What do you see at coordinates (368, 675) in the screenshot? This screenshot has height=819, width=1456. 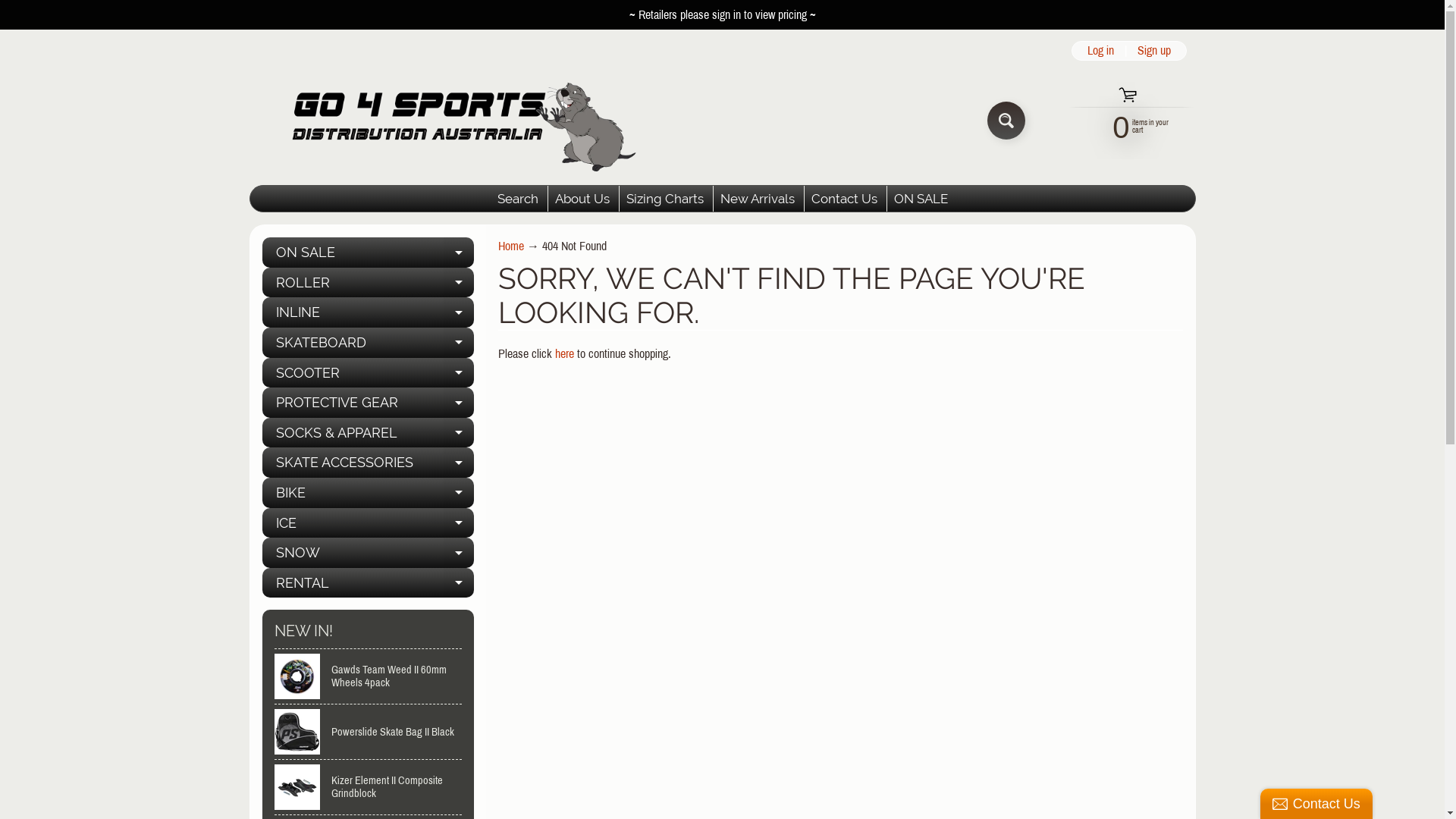 I see `'Gawds Team Weed II 60mm Wheels 4pack'` at bounding box center [368, 675].